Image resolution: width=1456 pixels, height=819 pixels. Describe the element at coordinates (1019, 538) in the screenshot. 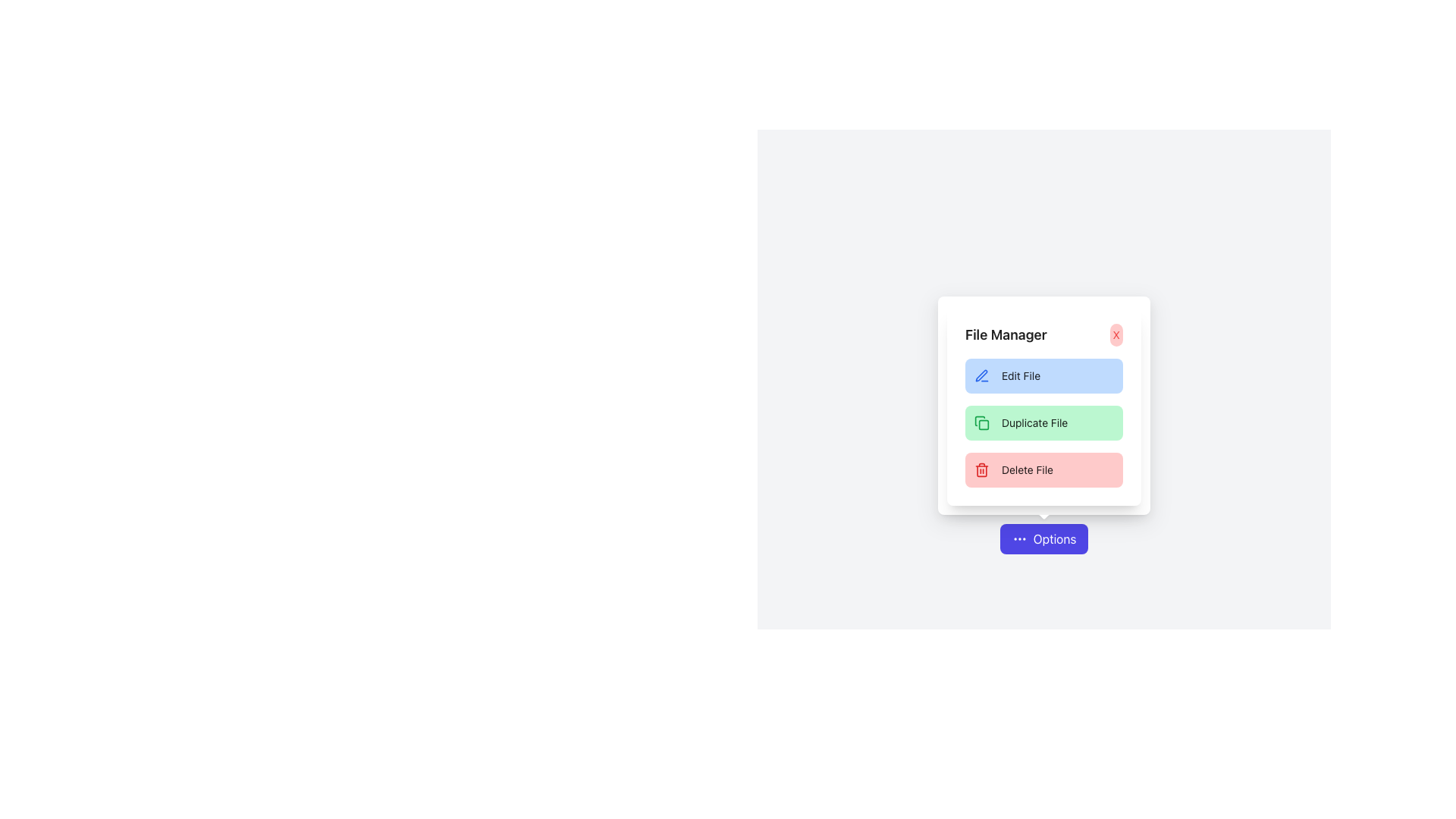

I see `the triple-dot icon on the left side of the 'Options' button` at that location.